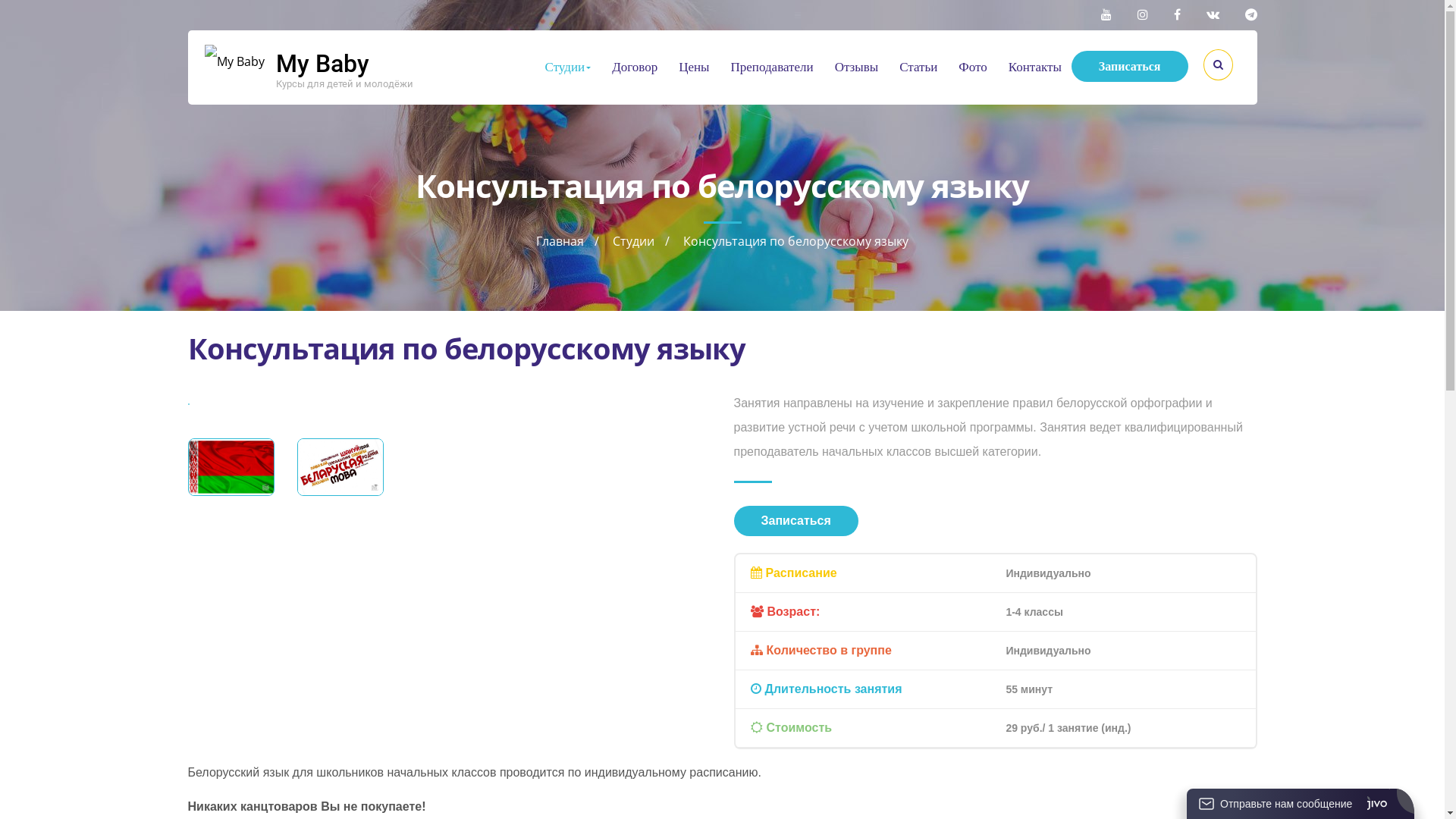 The image size is (1456, 819). Describe the element at coordinates (322, 63) in the screenshot. I see `'My Baby'` at that location.